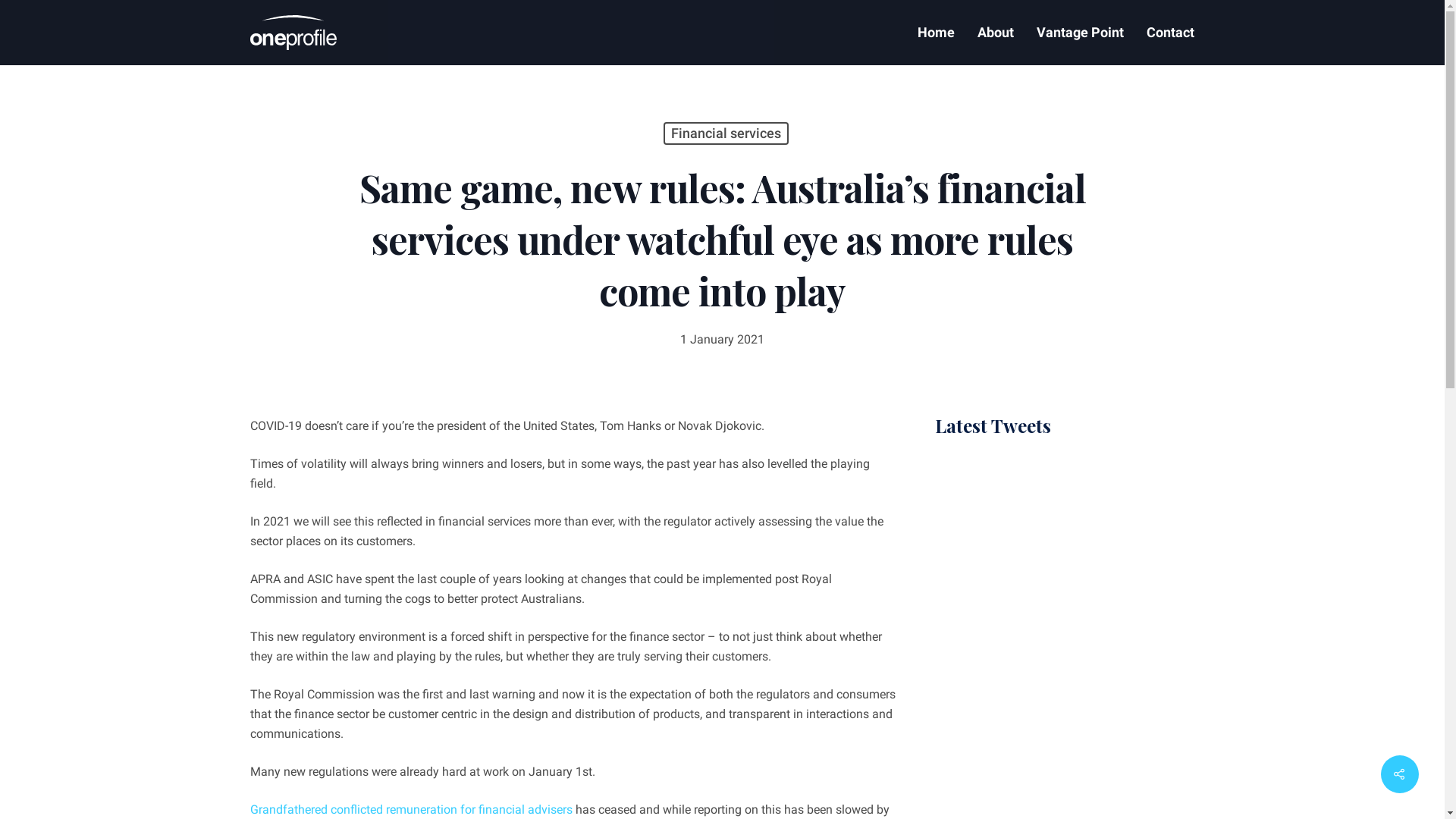 Image resolution: width=1456 pixels, height=819 pixels. I want to click on 'About', so click(996, 32).